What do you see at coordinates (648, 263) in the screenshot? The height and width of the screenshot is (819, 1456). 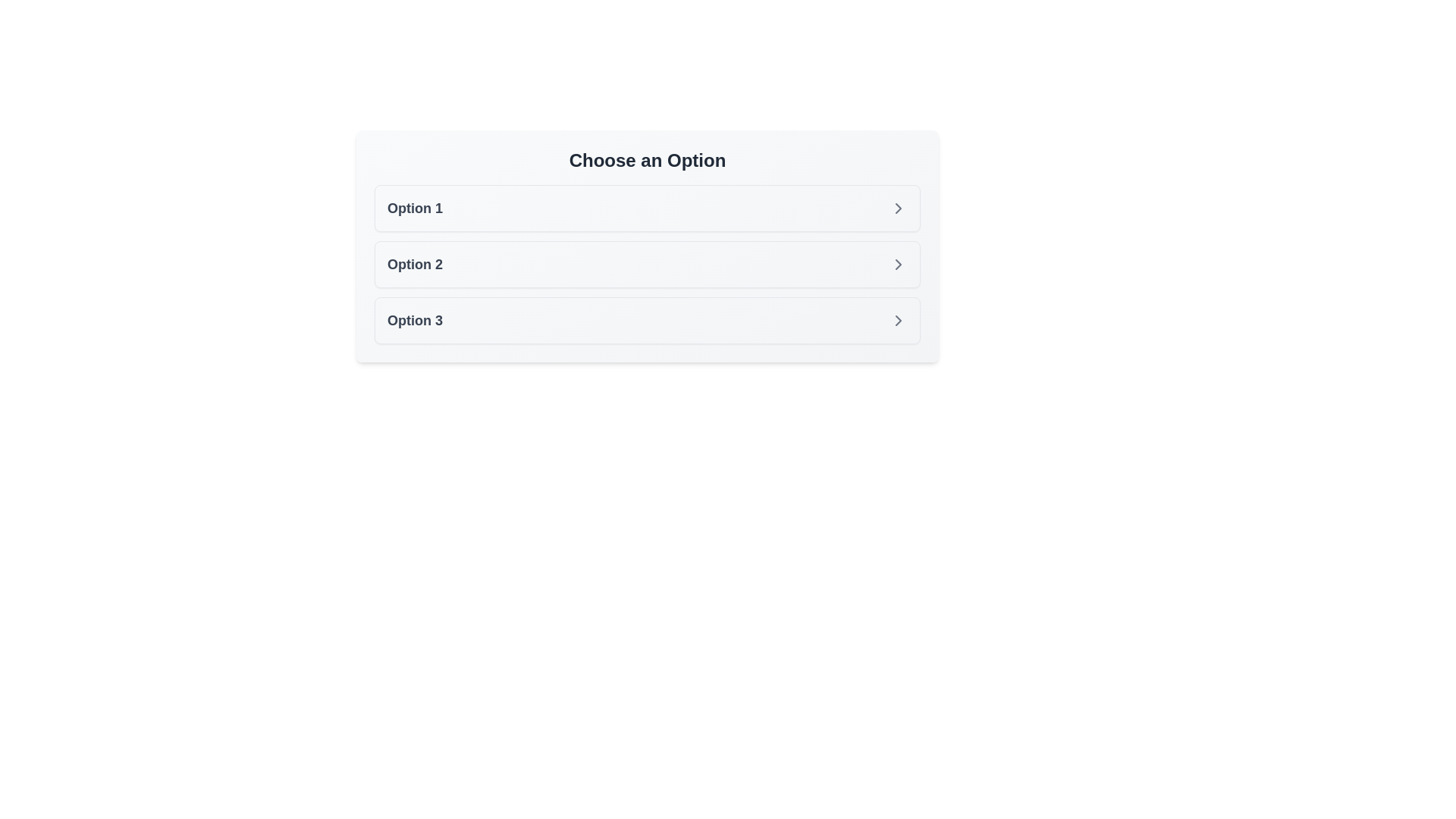 I see `the 'Option 2' card, which is the middle card in a vertical stack of three cards` at bounding box center [648, 263].